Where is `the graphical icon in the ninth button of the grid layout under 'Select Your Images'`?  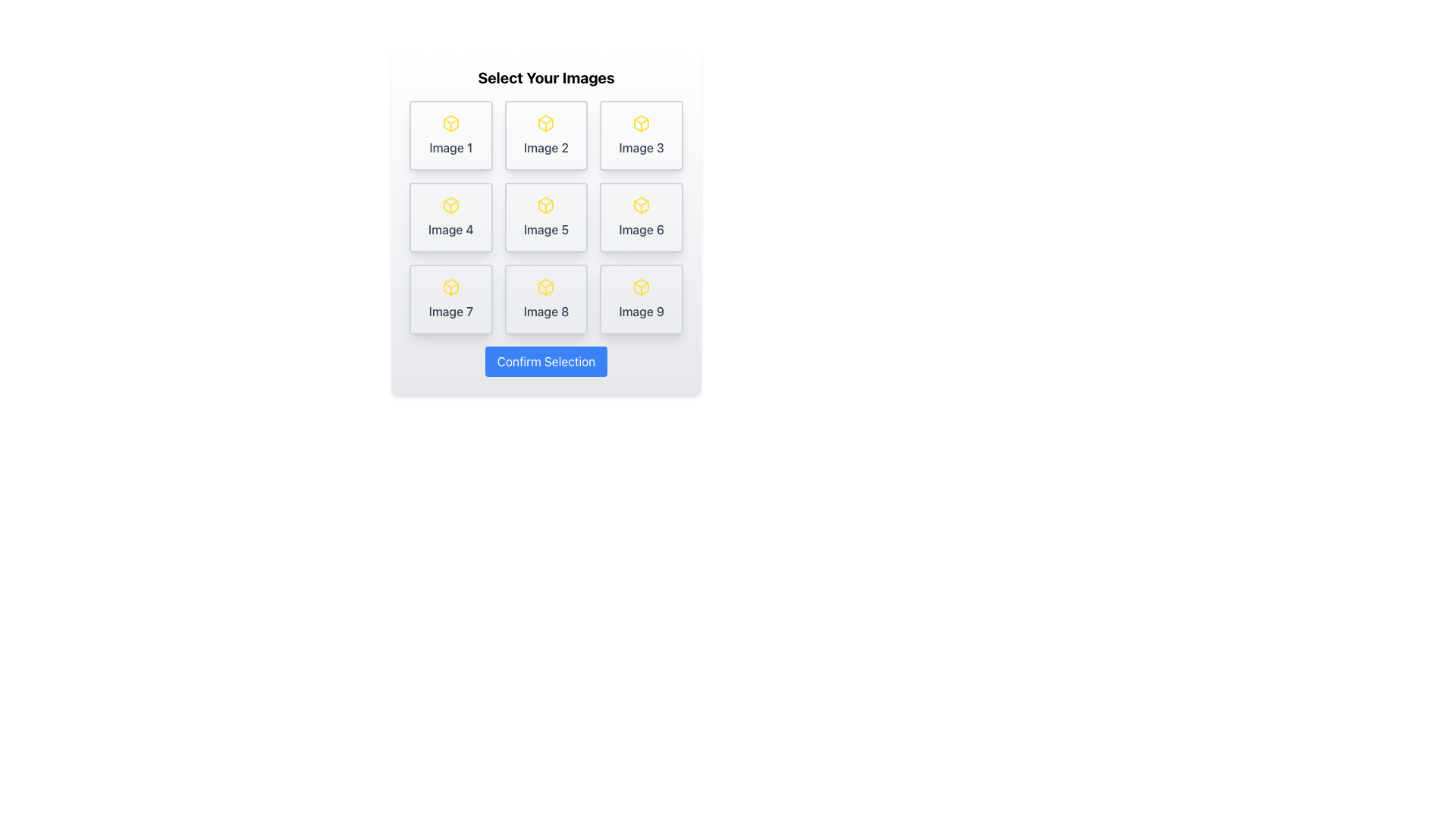
the graphical icon in the ninth button of the grid layout under 'Select Your Images' is located at coordinates (642, 287).